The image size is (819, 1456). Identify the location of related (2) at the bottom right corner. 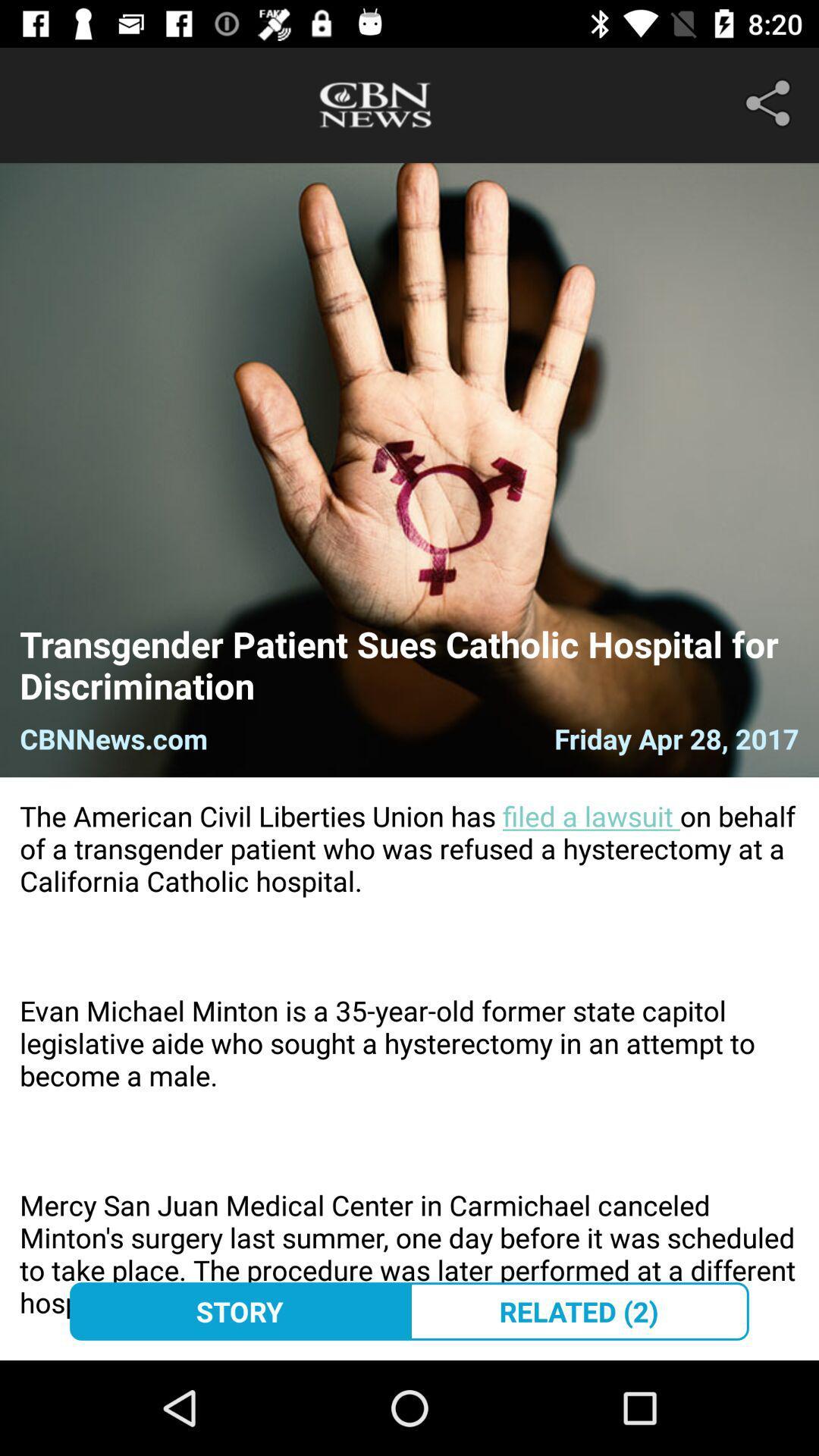
(579, 1310).